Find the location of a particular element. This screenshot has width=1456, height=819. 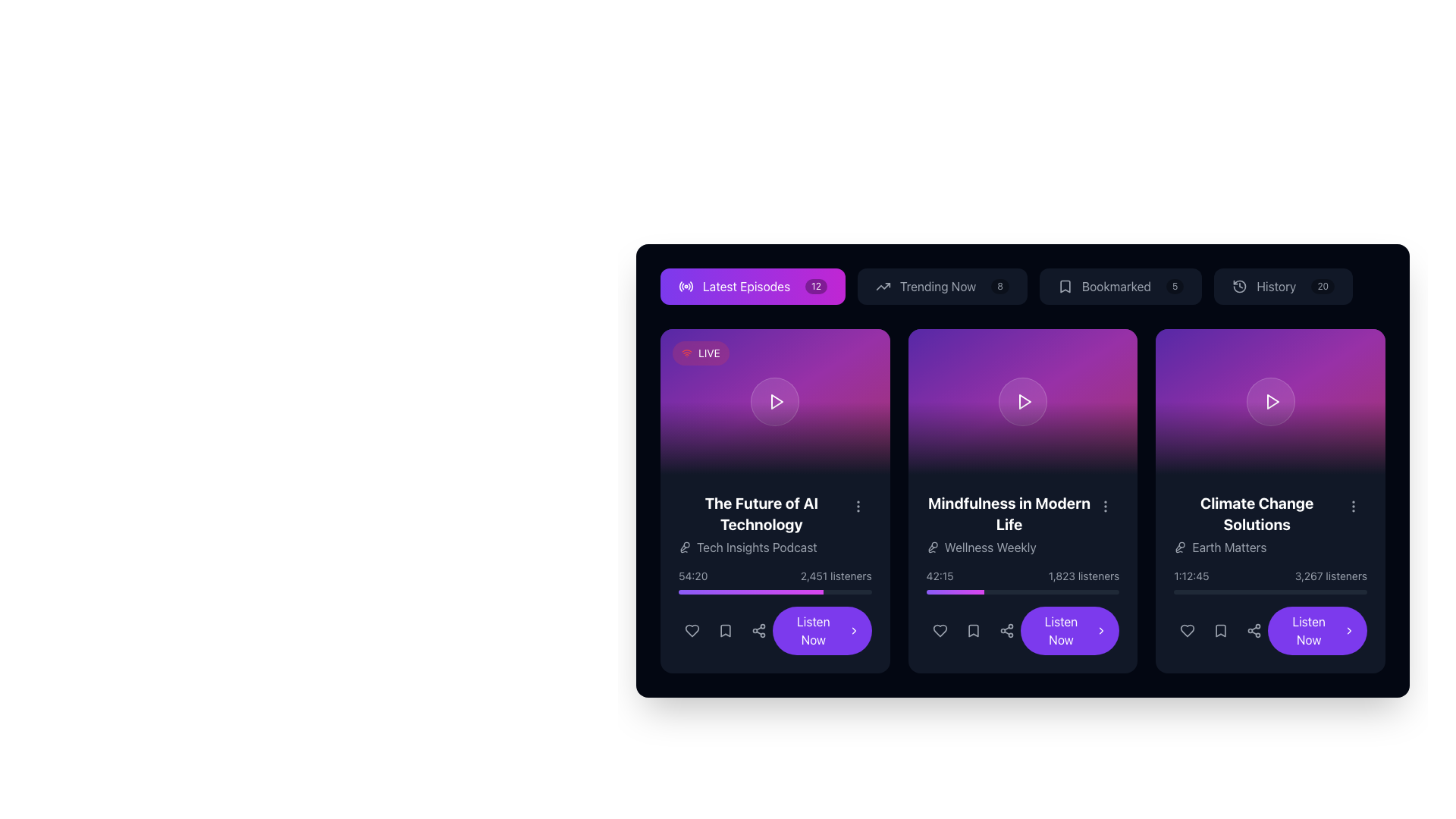

the static text label displaying the number of listeners for the 'Mindfulness in Modern Life' podcast, located near the bottom of the card above the progress bar and 'Listen Now' button is located at coordinates (1083, 576).